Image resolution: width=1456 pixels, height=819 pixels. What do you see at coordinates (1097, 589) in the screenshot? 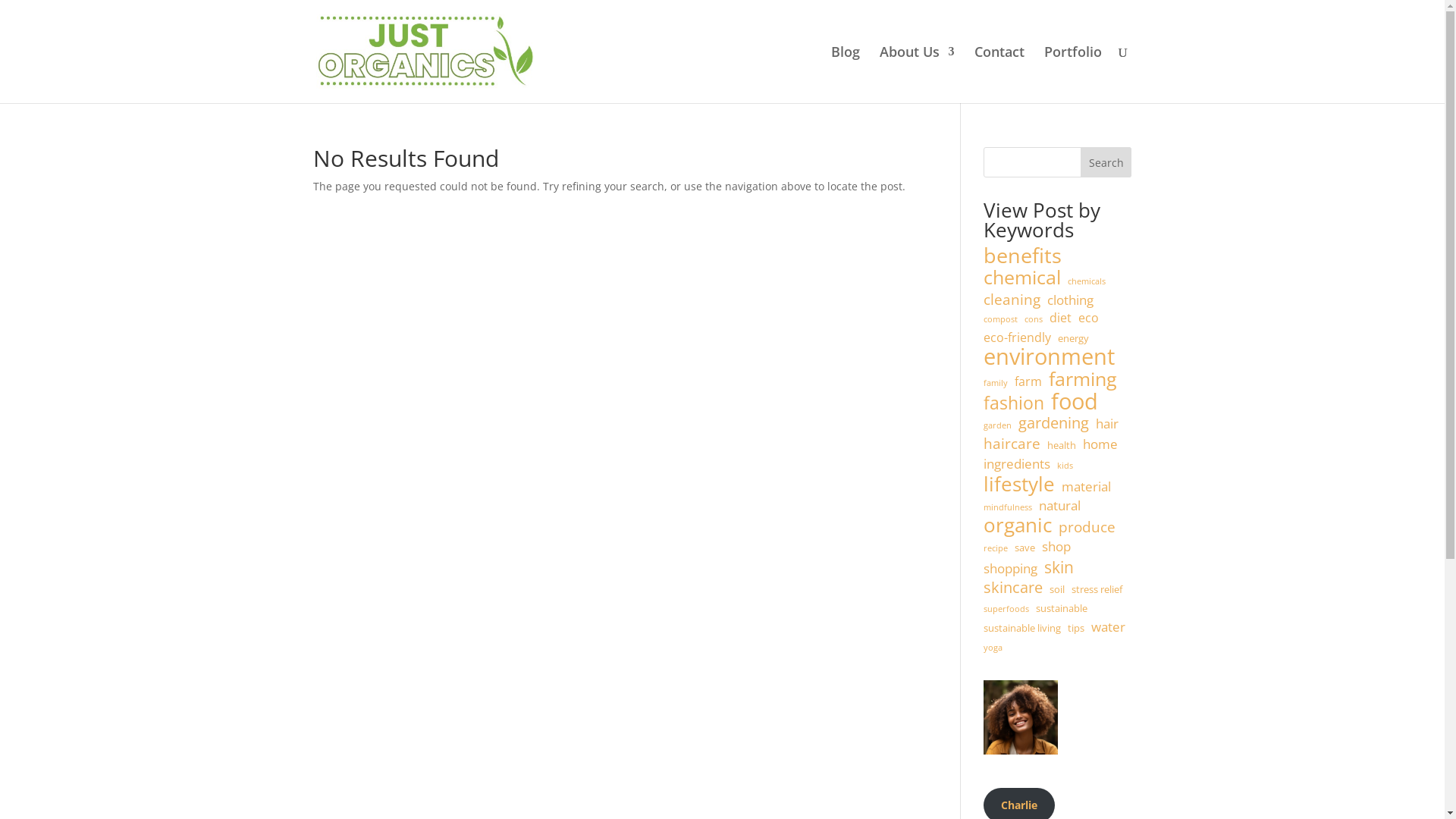
I see `'stress relief'` at bounding box center [1097, 589].